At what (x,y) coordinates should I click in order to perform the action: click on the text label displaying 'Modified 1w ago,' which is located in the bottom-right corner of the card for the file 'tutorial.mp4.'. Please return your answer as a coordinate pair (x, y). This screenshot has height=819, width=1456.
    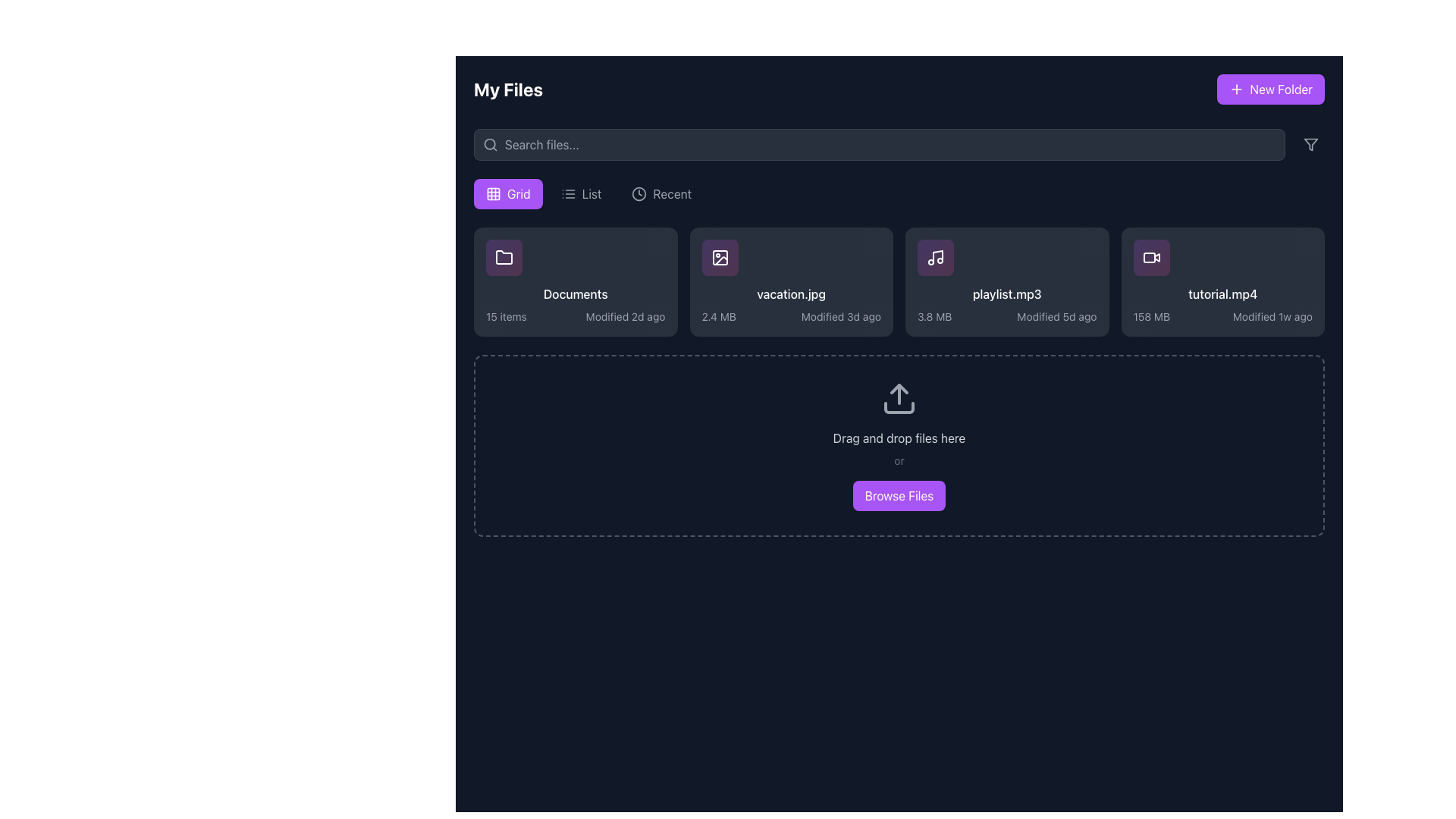
    Looking at the image, I should click on (1272, 315).